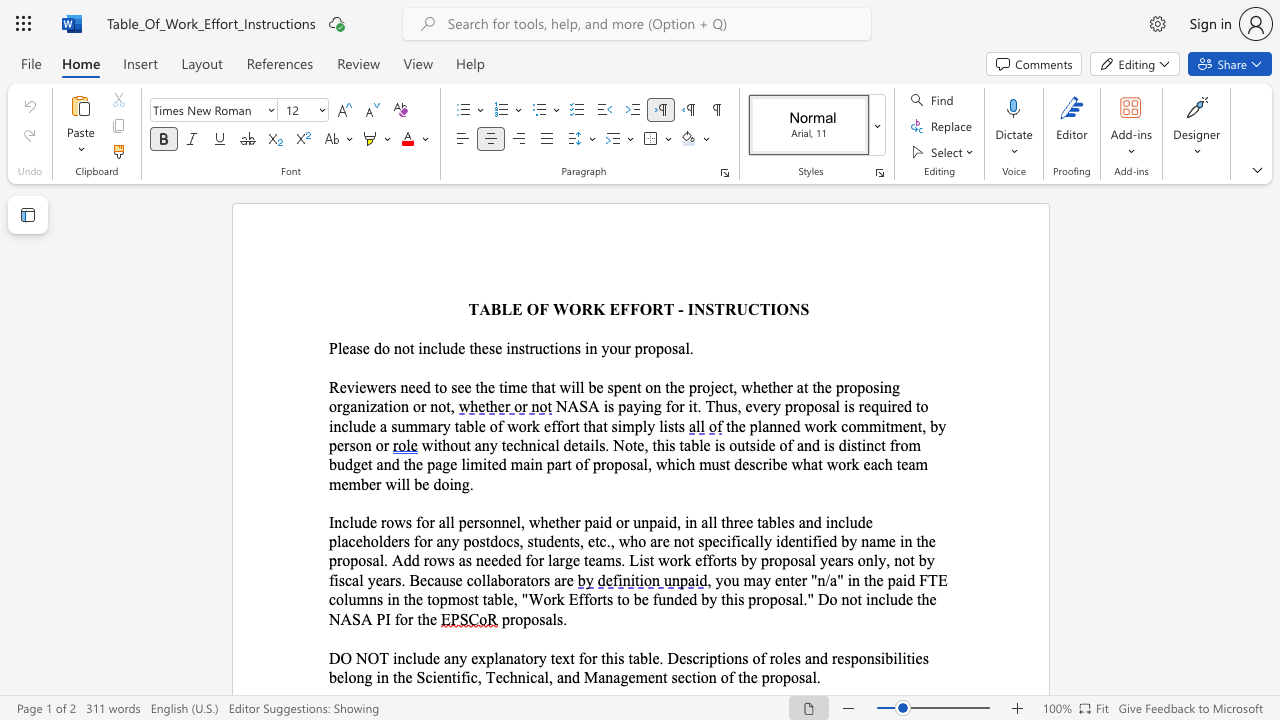 The image size is (1280, 720). What do you see at coordinates (758, 309) in the screenshot?
I see `the space between the continuous character "C" and "T" in the text` at bounding box center [758, 309].